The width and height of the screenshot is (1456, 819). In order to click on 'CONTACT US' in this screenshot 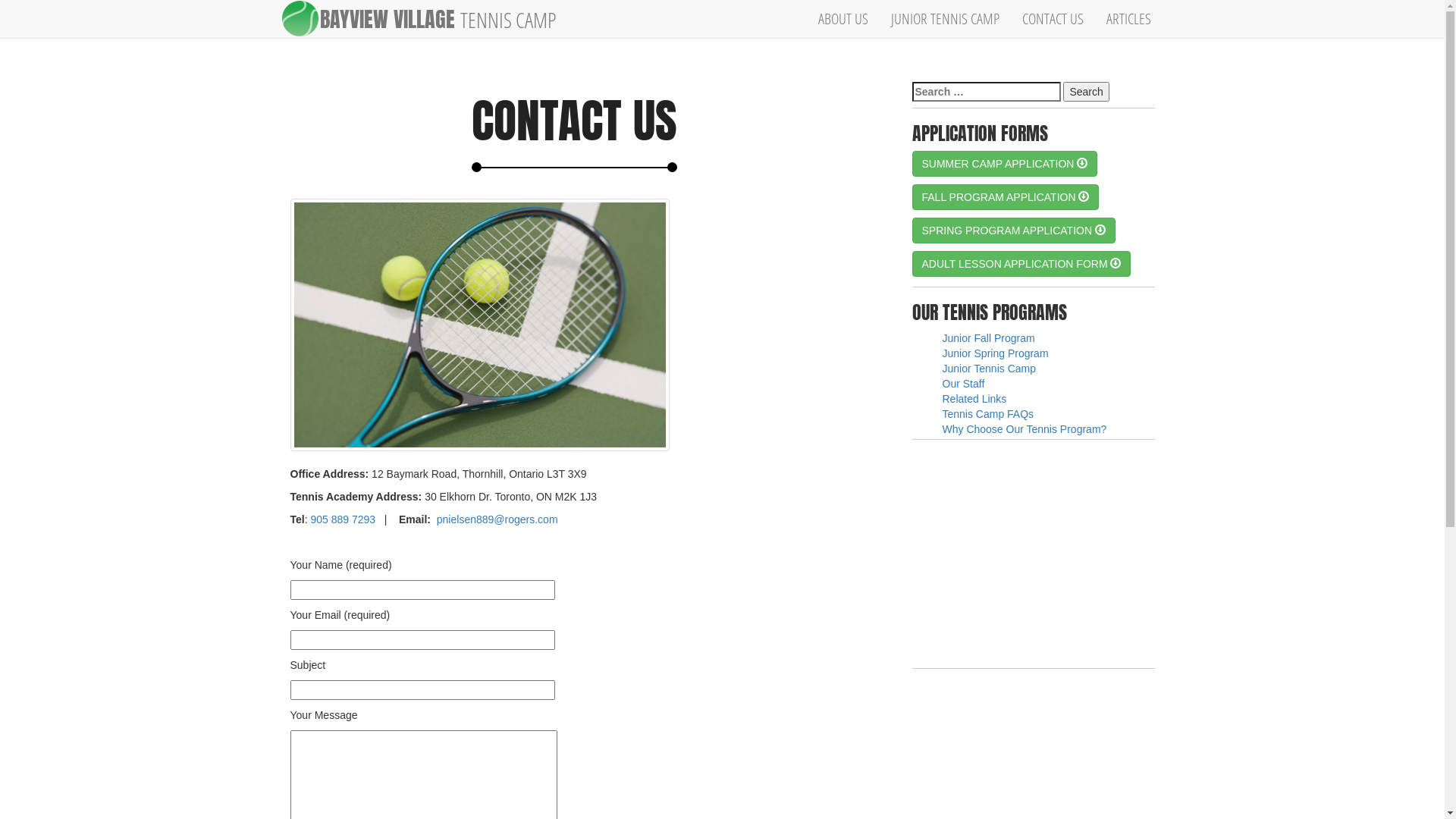, I will do `click(1052, 18)`.